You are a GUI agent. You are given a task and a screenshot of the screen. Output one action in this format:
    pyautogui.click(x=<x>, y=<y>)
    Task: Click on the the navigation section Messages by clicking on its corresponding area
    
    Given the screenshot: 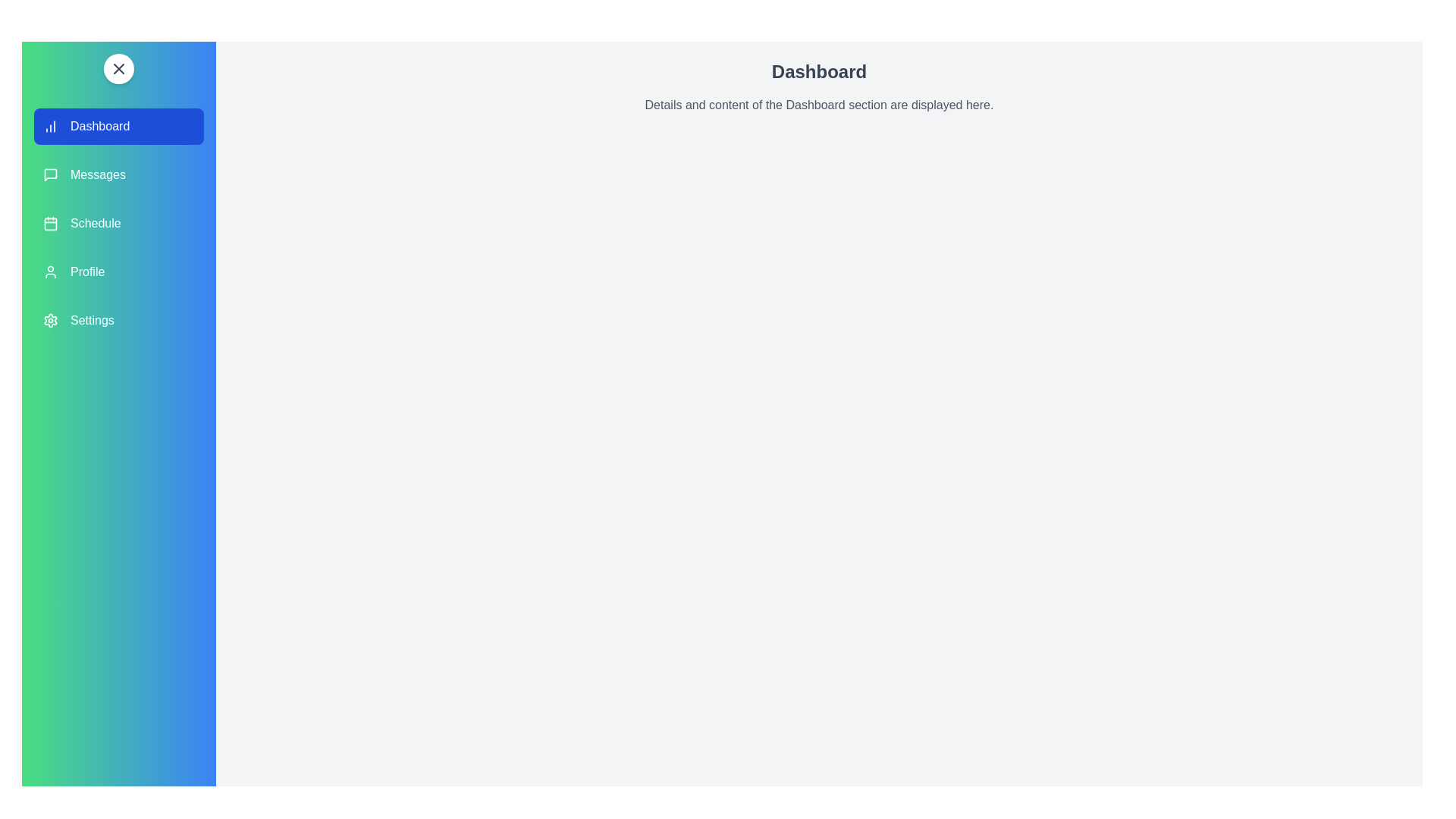 What is the action you would take?
    pyautogui.click(x=118, y=174)
    